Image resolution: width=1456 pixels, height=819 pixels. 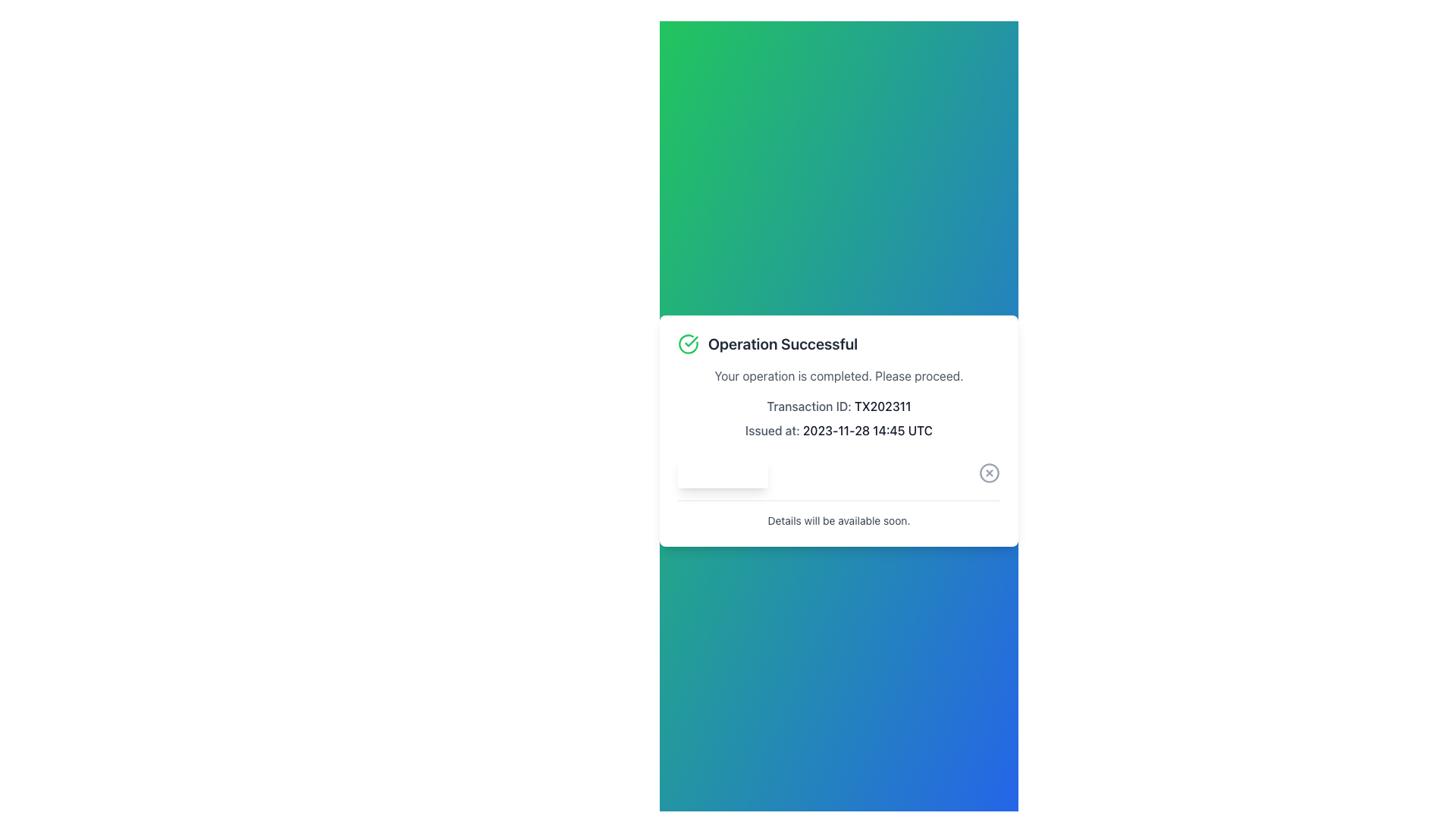 What do you see at coordinates (990, 472) in the screenshot?
I see `the dismiss button located on the right side of the horizontal row at the bottom of the information card` at bounding box center [990, 472].